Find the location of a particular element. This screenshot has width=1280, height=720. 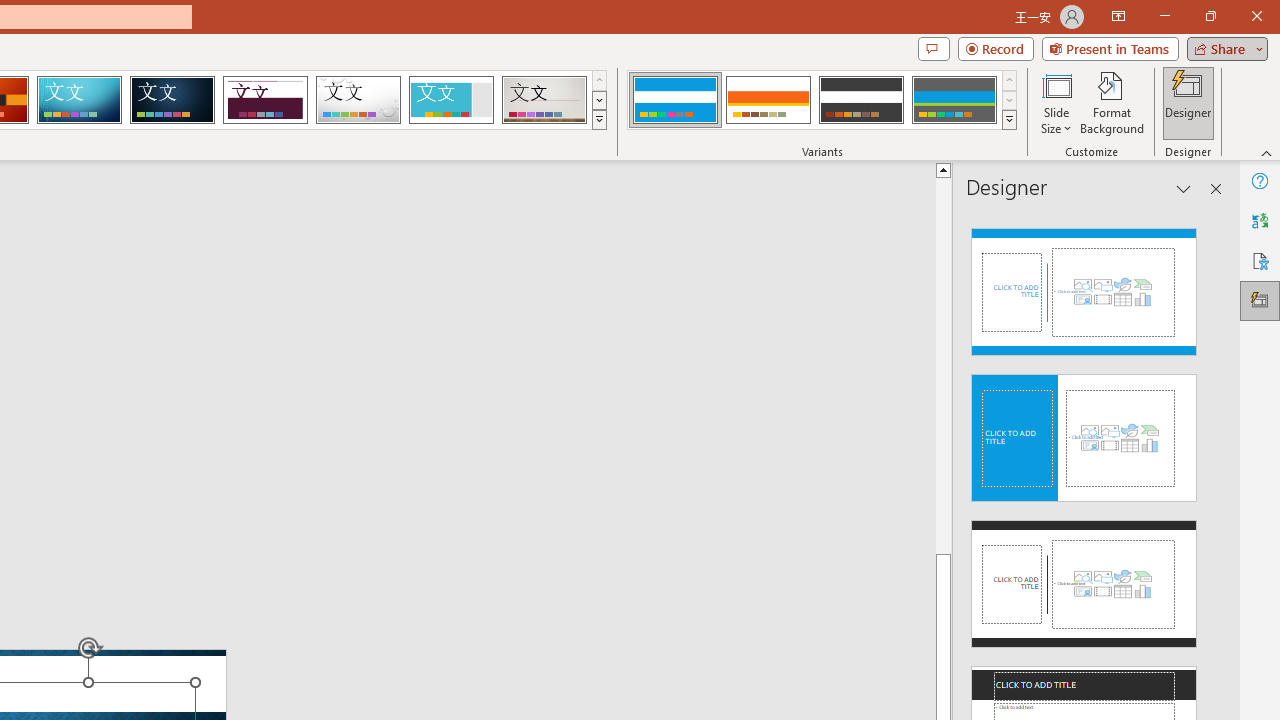

'Frame' is located at coordinates (450, 100).